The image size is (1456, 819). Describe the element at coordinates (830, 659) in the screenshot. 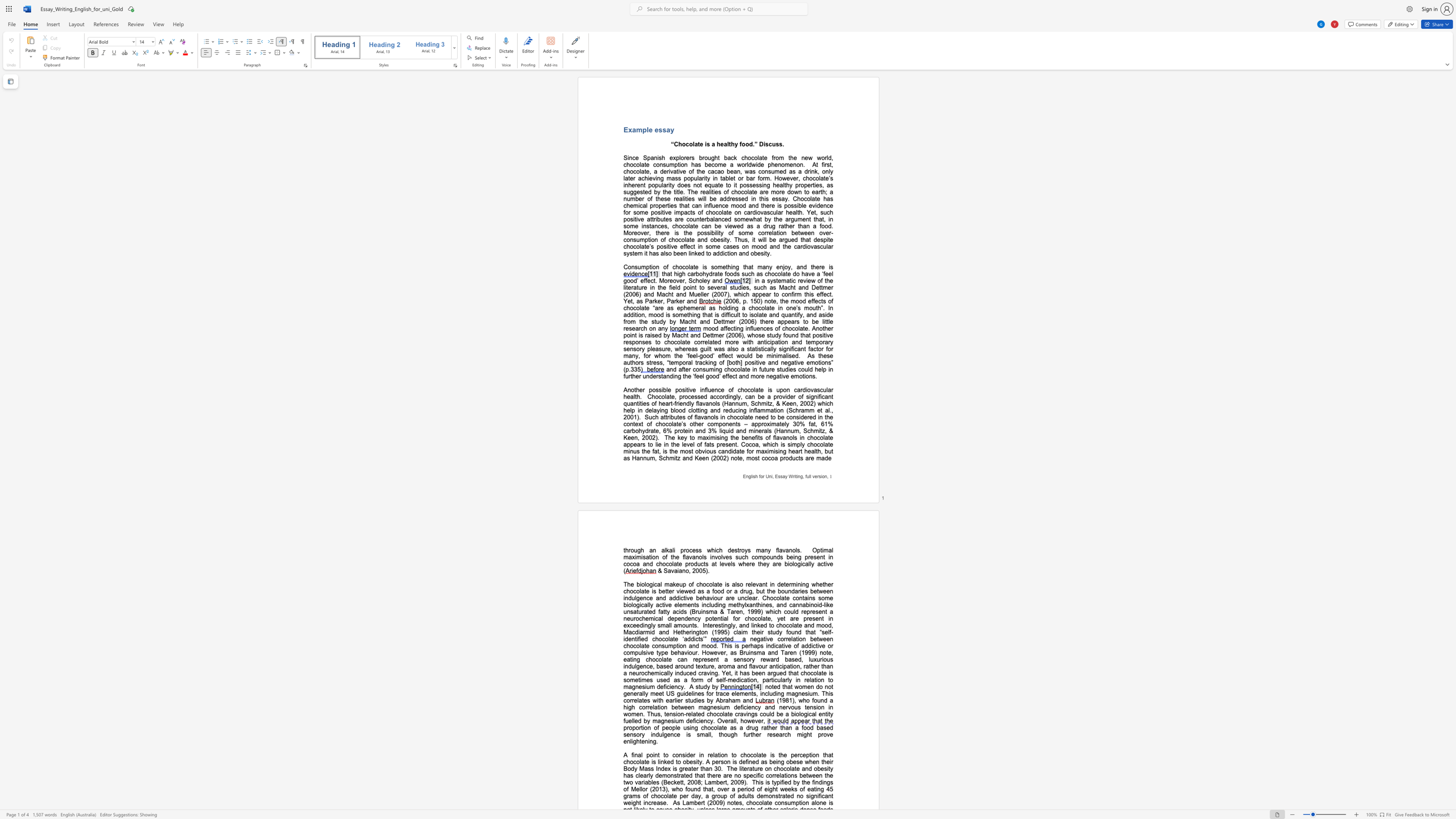

I see `the subset text "s indulgence, based around texture," within the text "a sensory reward based, luxurious indulgence, based around texture,"` at that location.